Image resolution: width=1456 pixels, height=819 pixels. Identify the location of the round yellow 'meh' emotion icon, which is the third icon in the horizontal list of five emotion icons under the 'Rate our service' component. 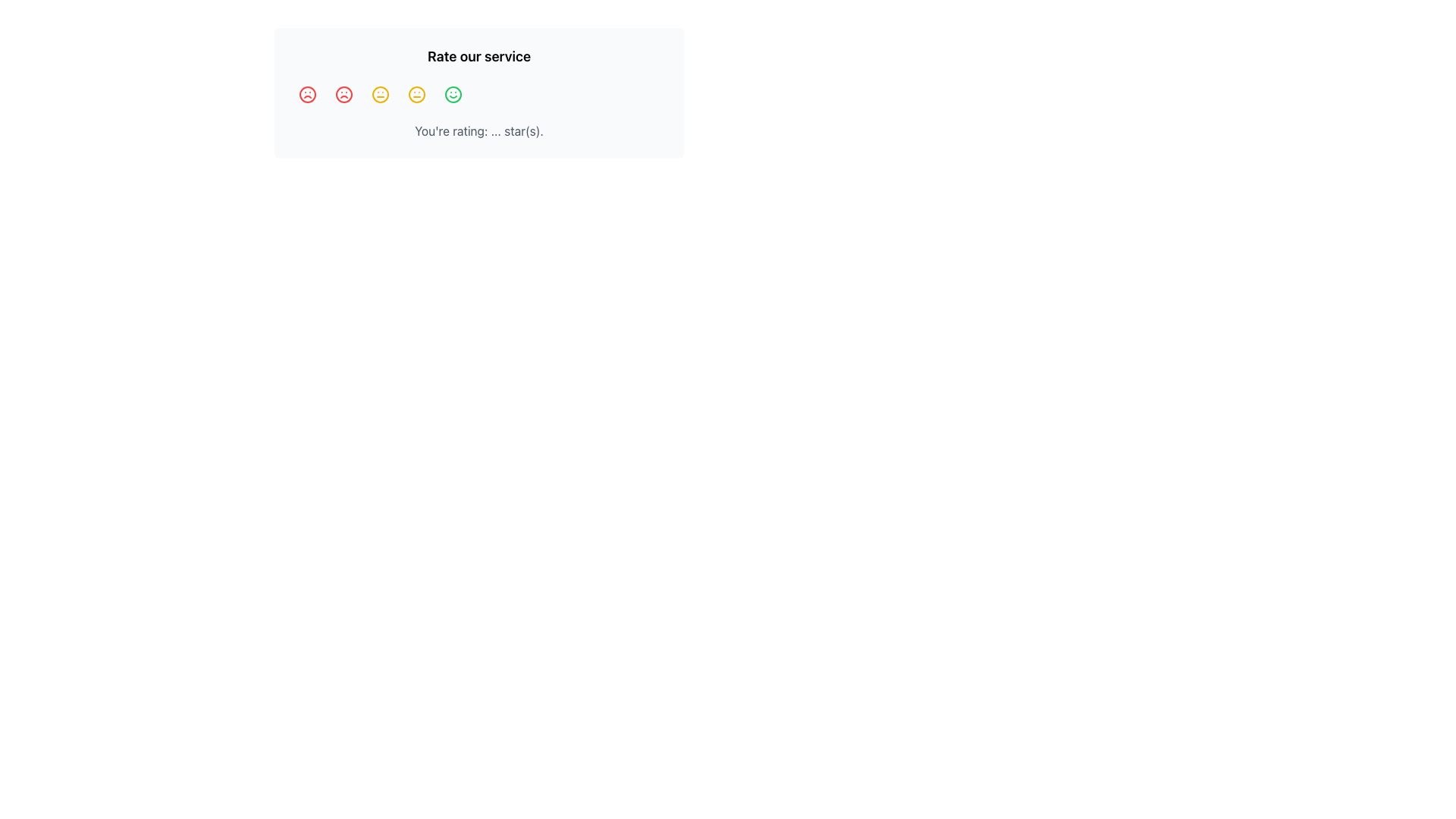
(381, 94).